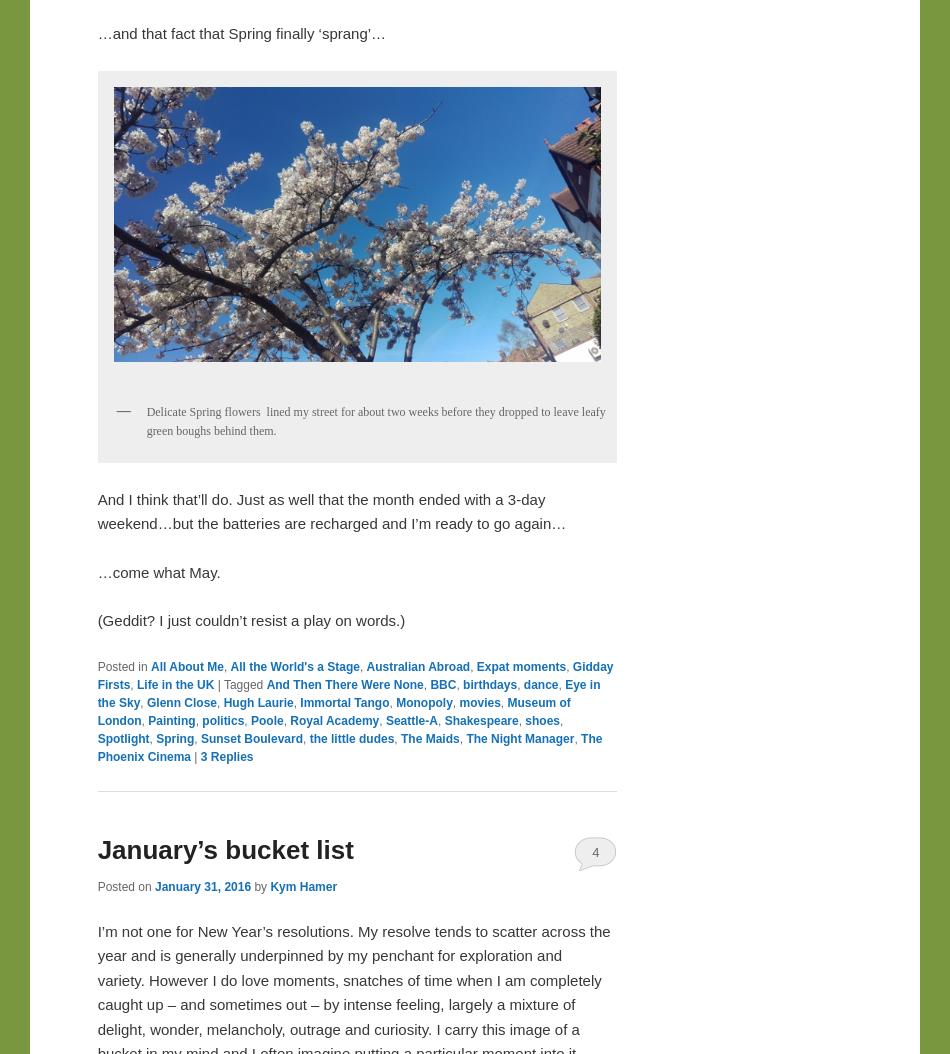 The image size is (950, 1054). What do you see at coordinates (186, 666) in the screenshot?
I see `'All About Me'` at bounding box center [186, 666].